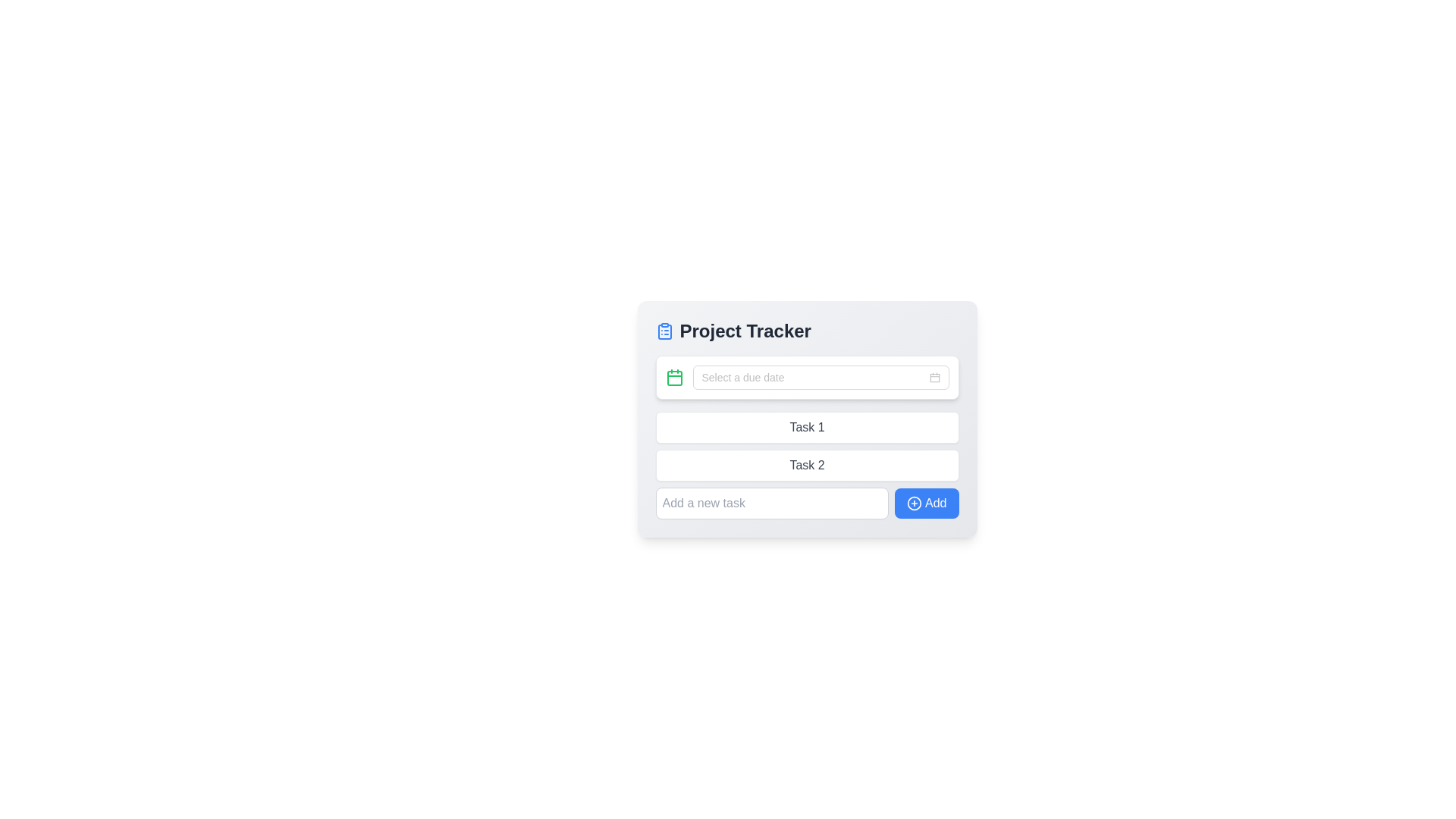 The image size is (1456, 819). Describe the element at coordinates (934, 376) in the screenshot. I see `the calendar icon located to the right of the text input field in the date picker widget` at that location.